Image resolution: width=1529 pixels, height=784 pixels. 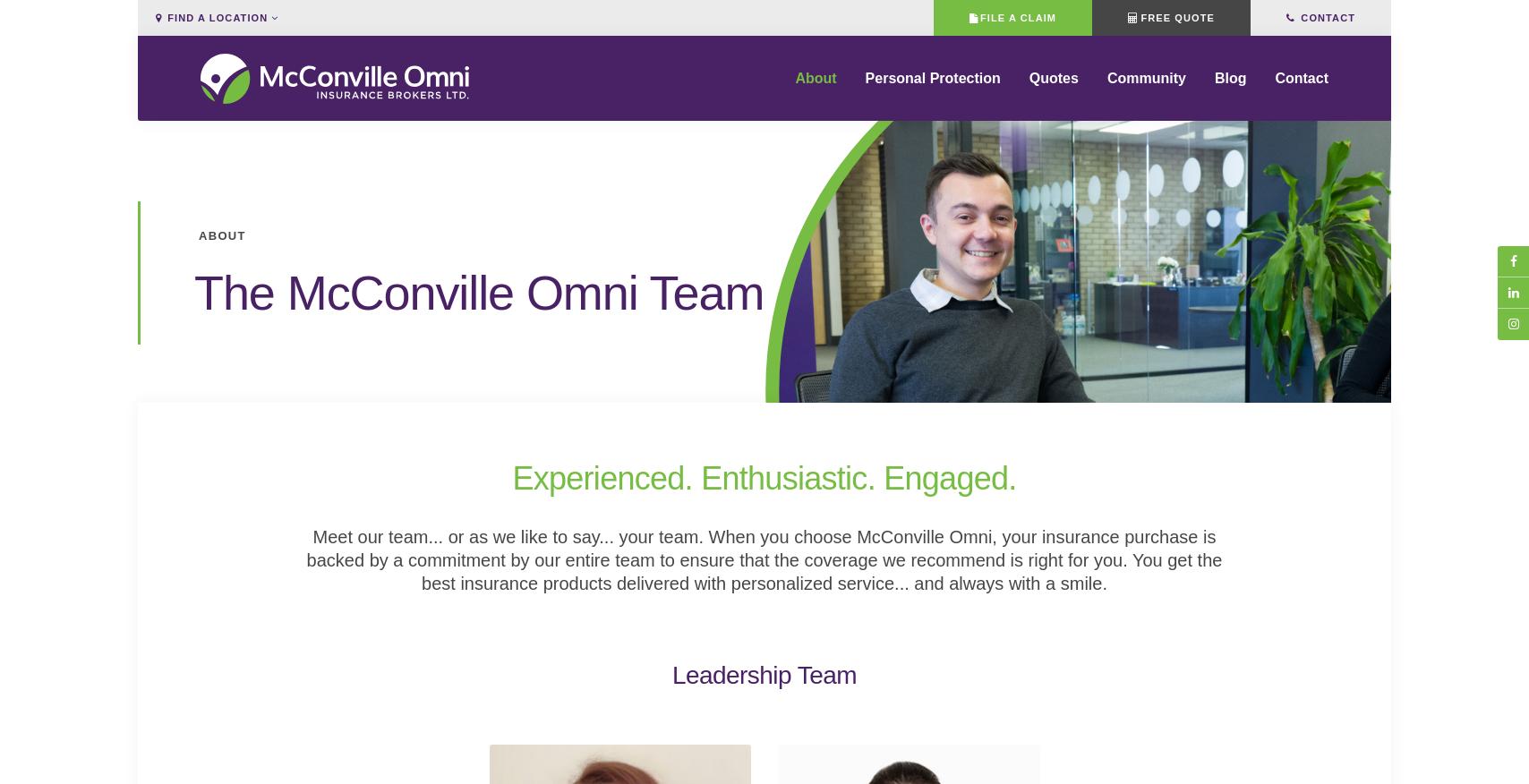 I want to click on 'Meet our team... or as we like to say... your team. When you choose McConville Omni, your insurance purchase is backed by a commitment by our entire team to ensure that the coverage we recommend is right for you. You get the best insurance products delivered with personalized service... and always with a smile.', so click(x=305, y=559).